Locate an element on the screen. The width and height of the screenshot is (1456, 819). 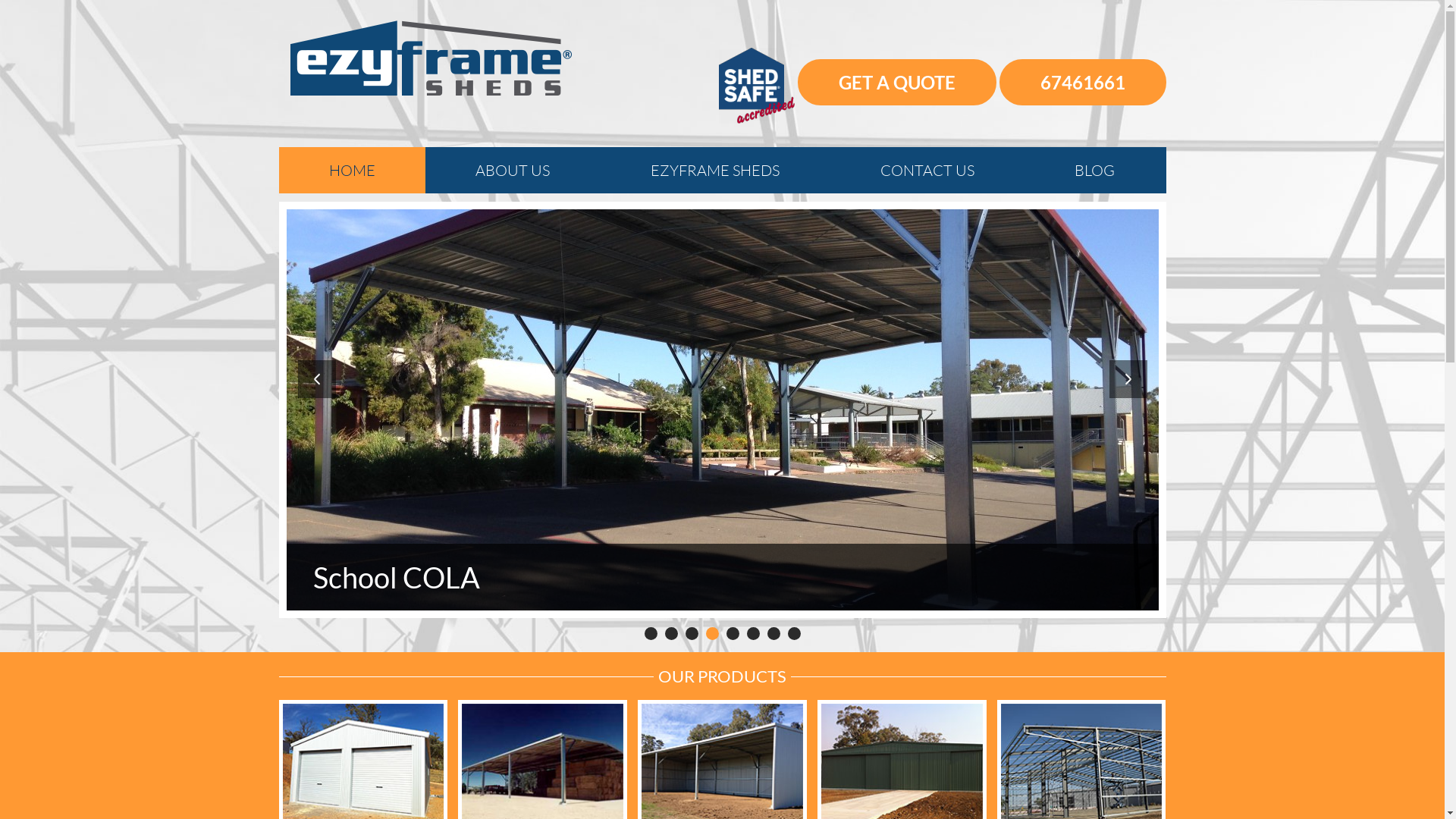
'BLOG' is located at coordinates (1024, 170).